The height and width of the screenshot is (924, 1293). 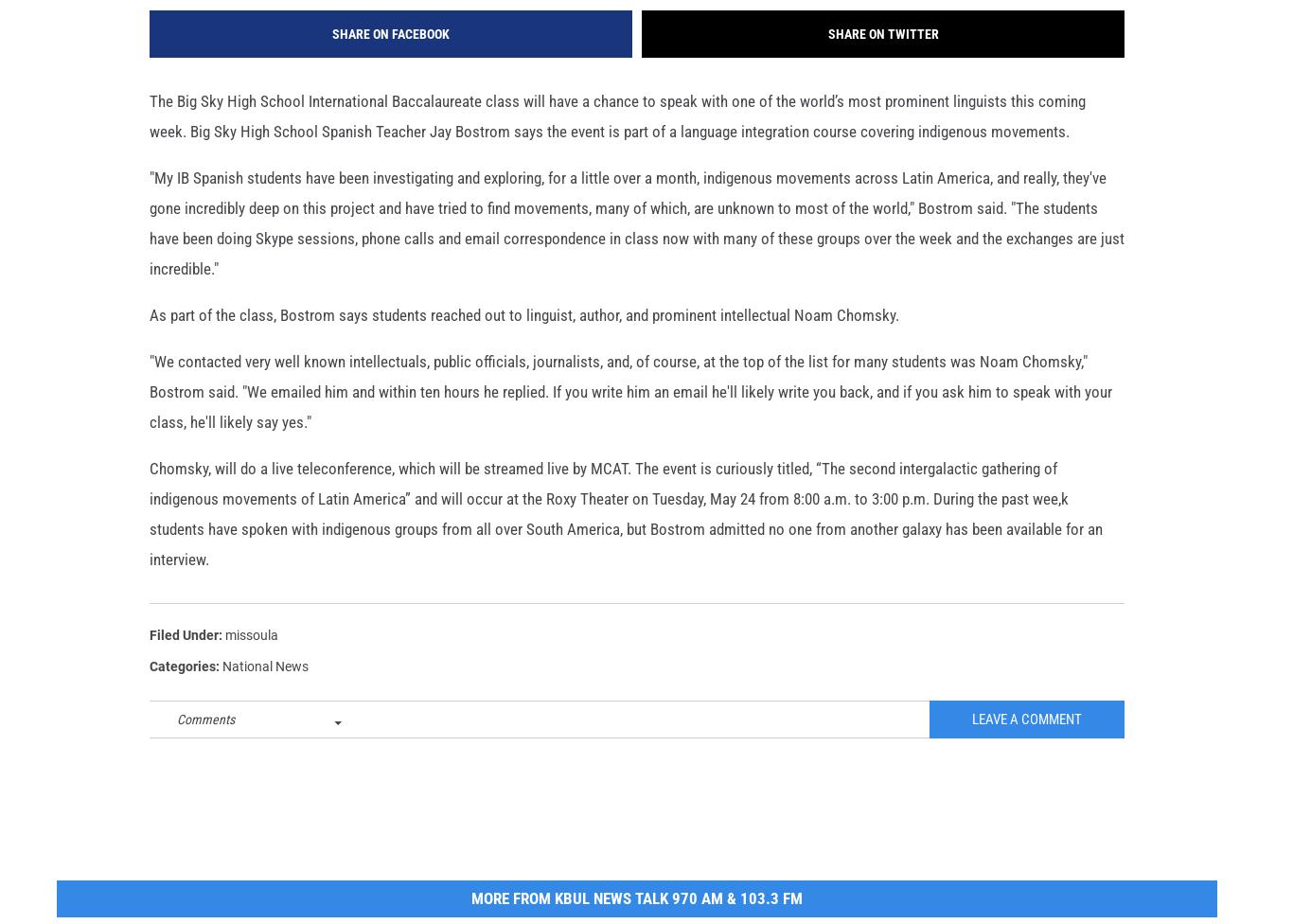 What do you see at coordinates (149, 346) in the screenshot?
I see `'As part of the class, Bostrom says students reached out to linguist, author, and prominent intellectual Noam Chomsky.'` at bounding box center [149, 346].